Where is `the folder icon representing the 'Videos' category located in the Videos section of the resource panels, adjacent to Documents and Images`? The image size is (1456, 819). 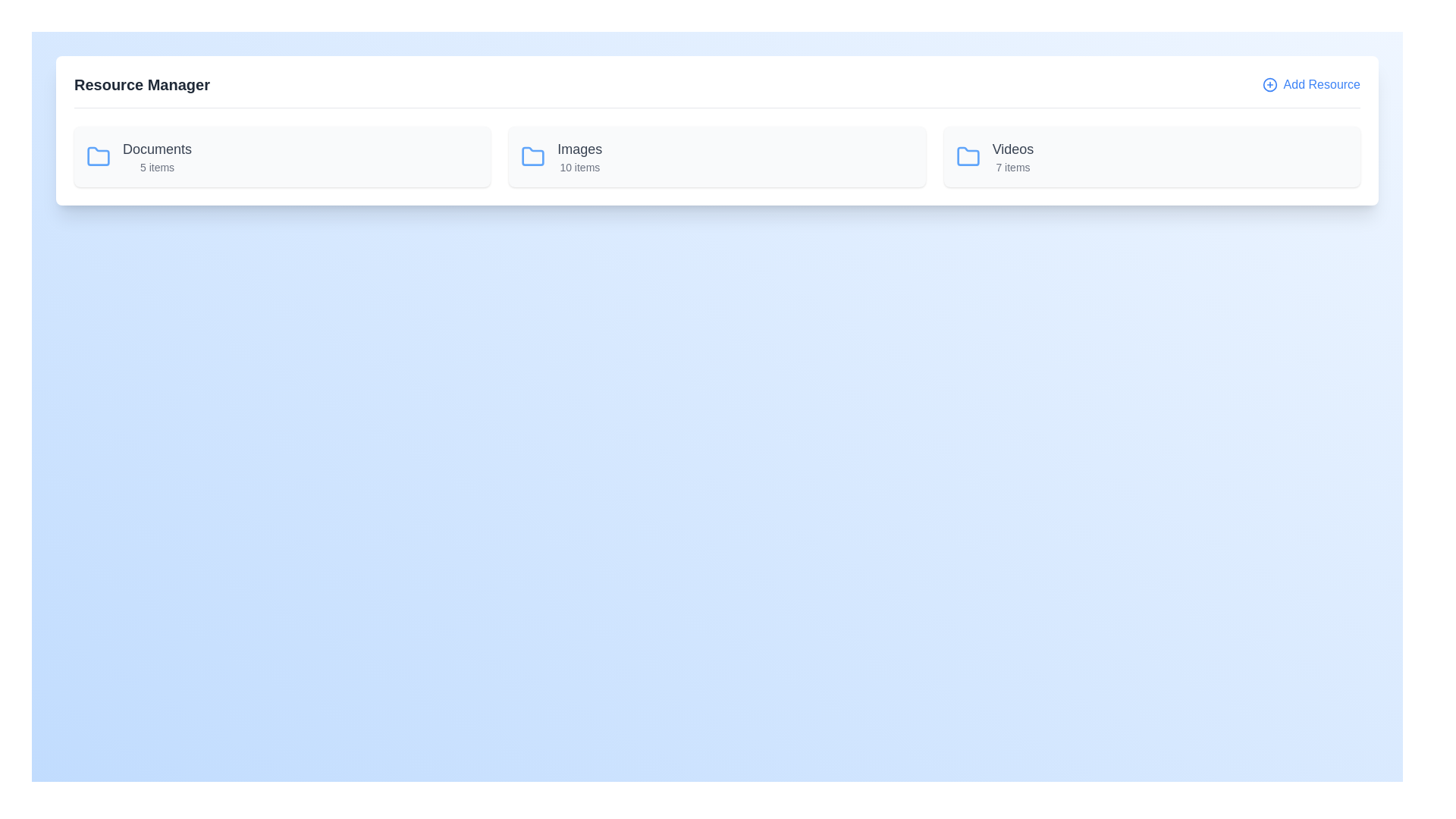 the folder icon representing the 'Videos' category located in the Videos section of the resource panels, adjacent to Documents and Images is located at coordinates (967, 156).